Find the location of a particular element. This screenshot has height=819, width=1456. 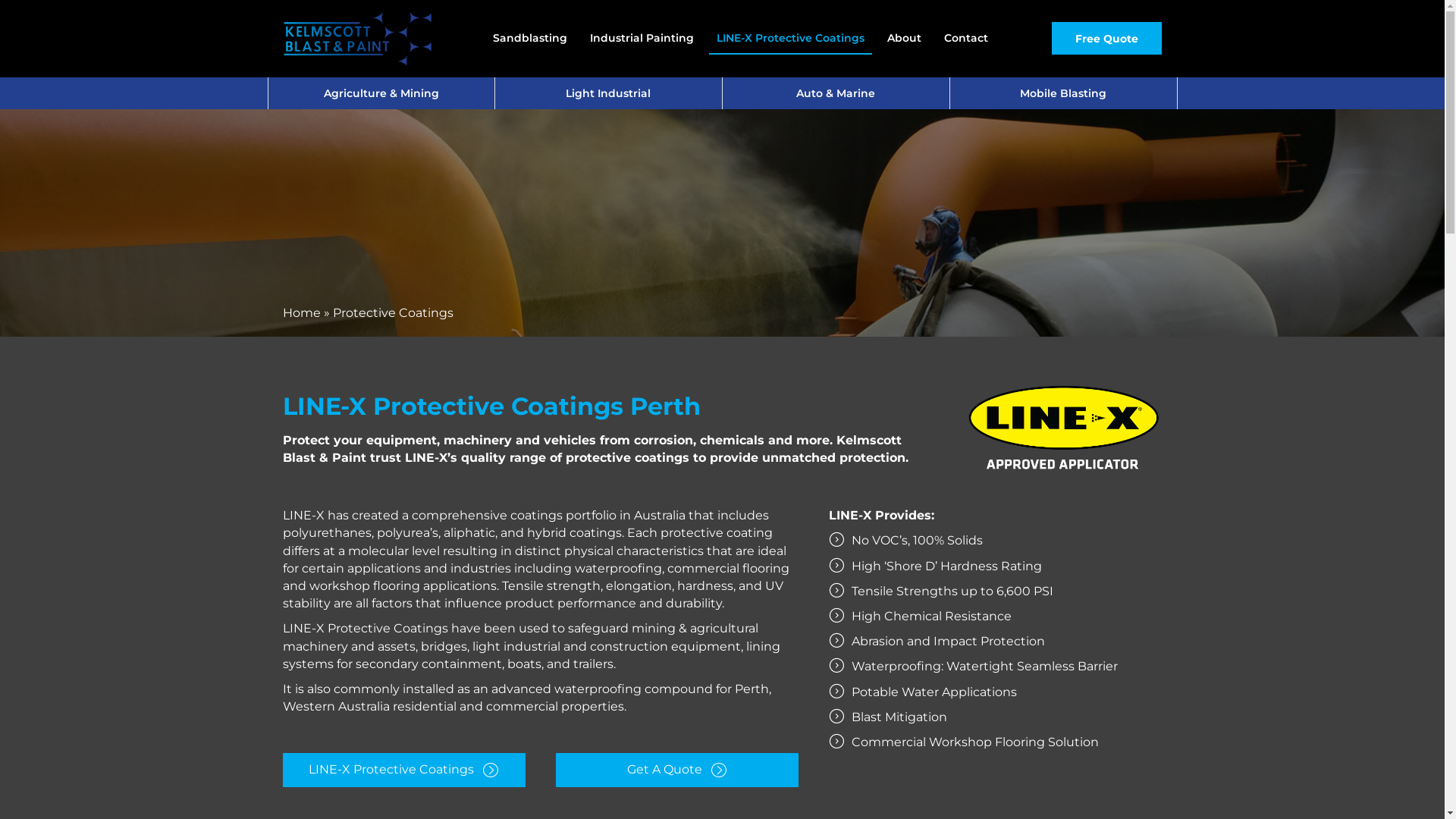

'LINE-X Approved Applicator White' is located at coordinates (1062, 429).